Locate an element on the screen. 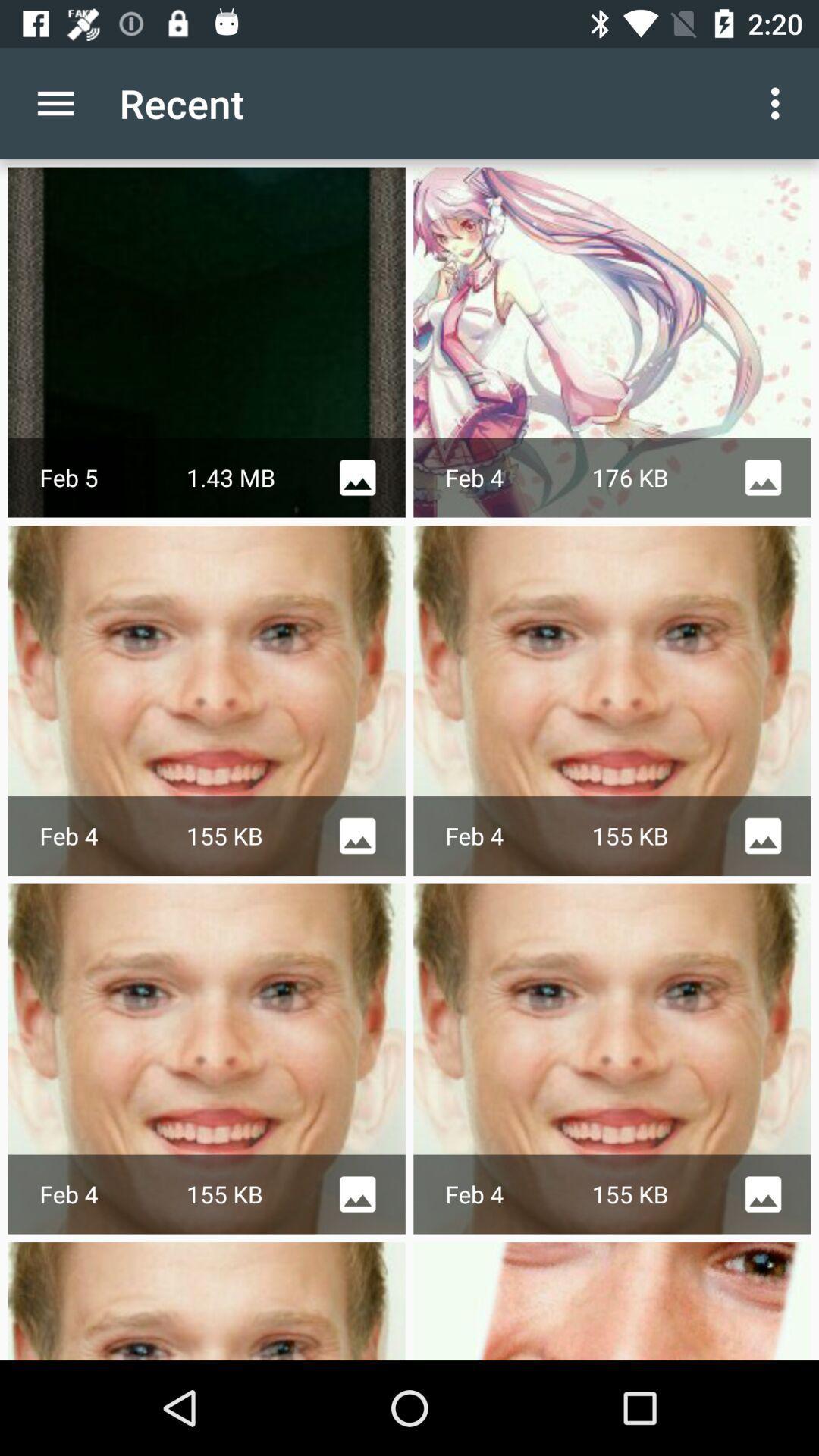 The height and width of the screenshot is (1456, 819). the app next to the recent is located at coordinates (779, 102).